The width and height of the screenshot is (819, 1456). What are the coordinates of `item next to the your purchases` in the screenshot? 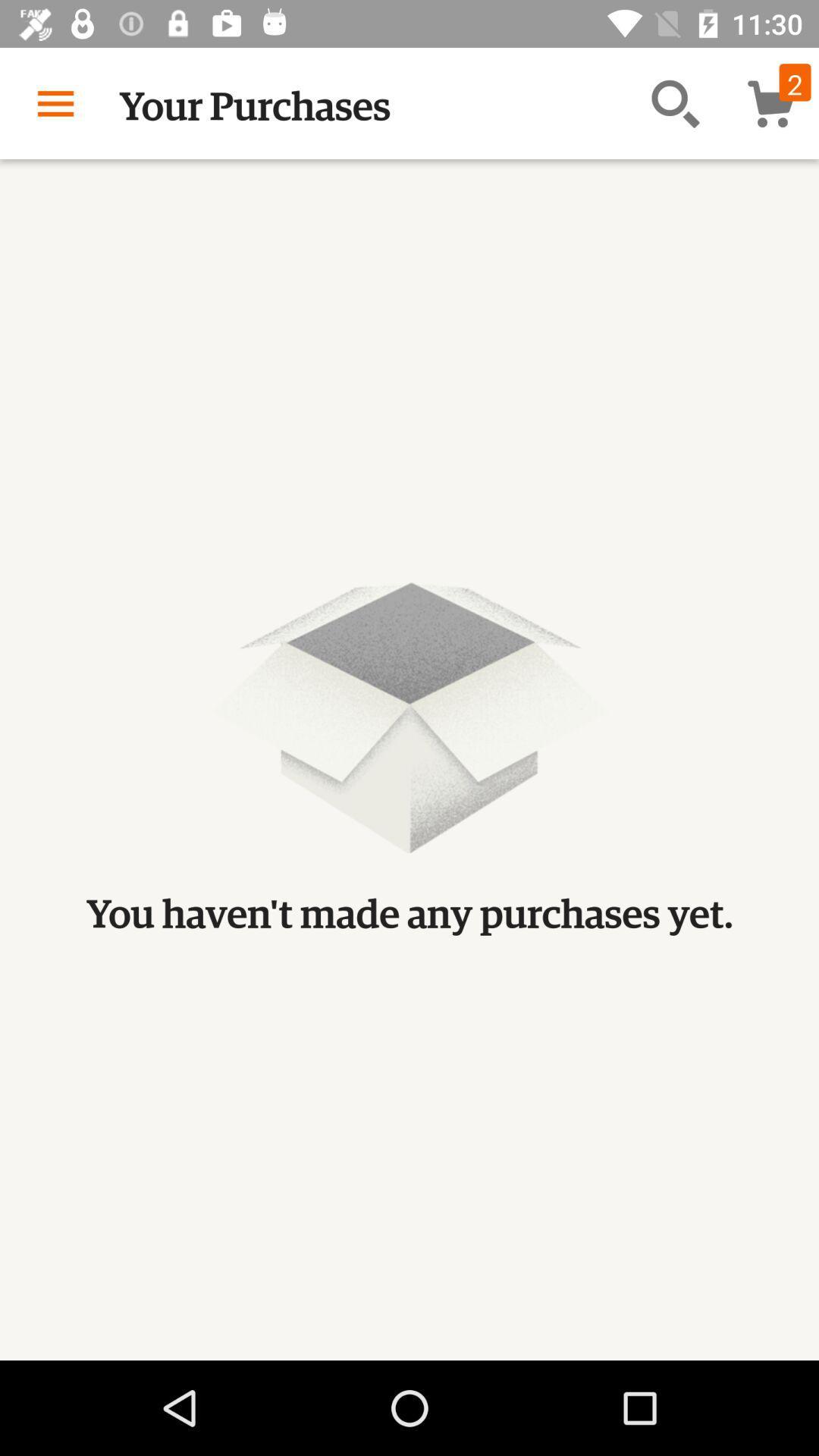 It's located at (55, 102).